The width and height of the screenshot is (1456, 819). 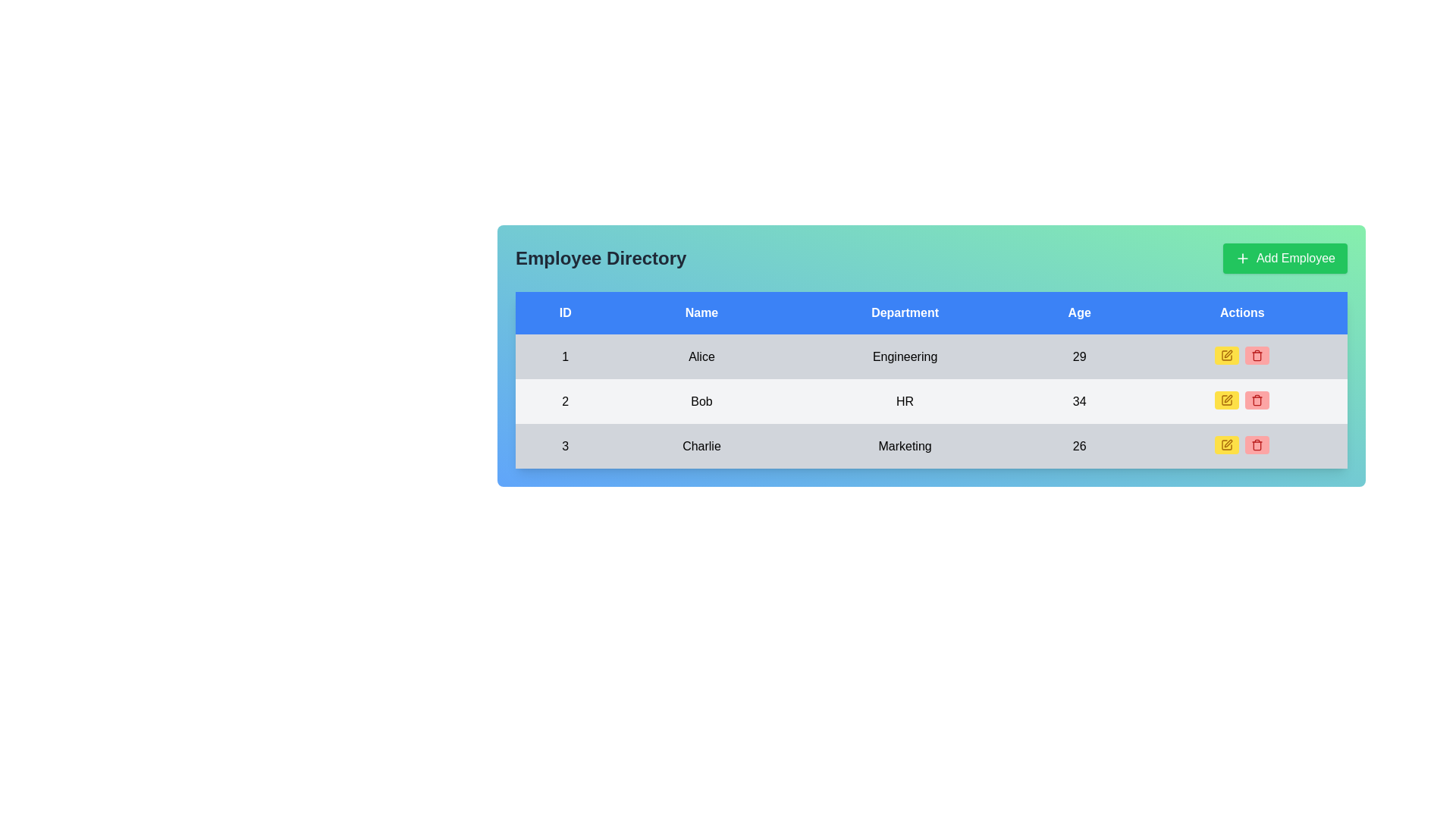 I want to click on the yellow square icon button with a pen figure in the 'Actions' column of the second row for employee 'Bob', so click(x=1227, y=356).